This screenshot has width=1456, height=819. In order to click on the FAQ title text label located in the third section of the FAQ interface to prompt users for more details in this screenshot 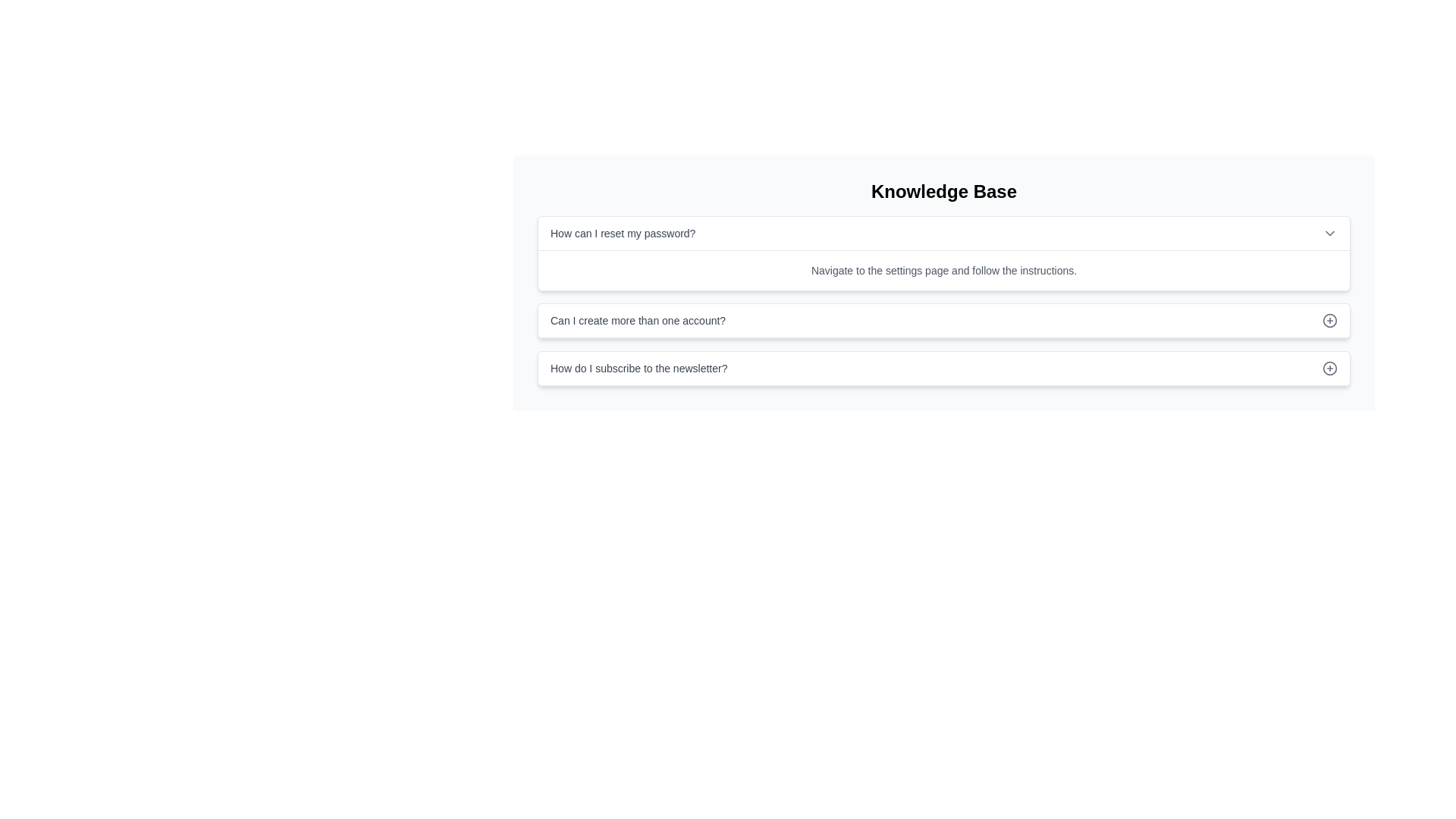, I will do `click(639, 369)`.